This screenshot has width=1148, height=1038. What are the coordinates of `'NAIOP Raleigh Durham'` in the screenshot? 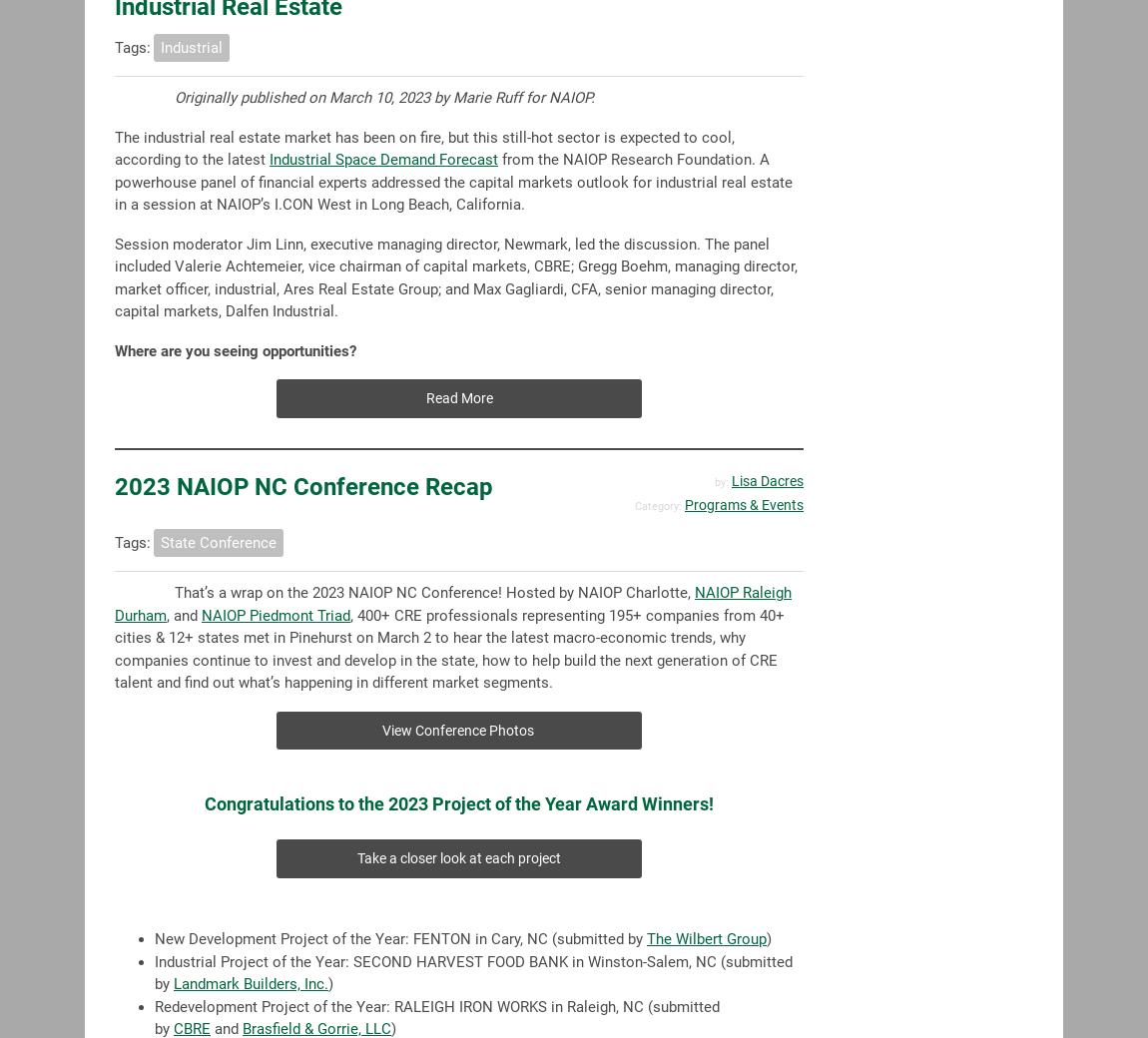 It's located at (453, 602).